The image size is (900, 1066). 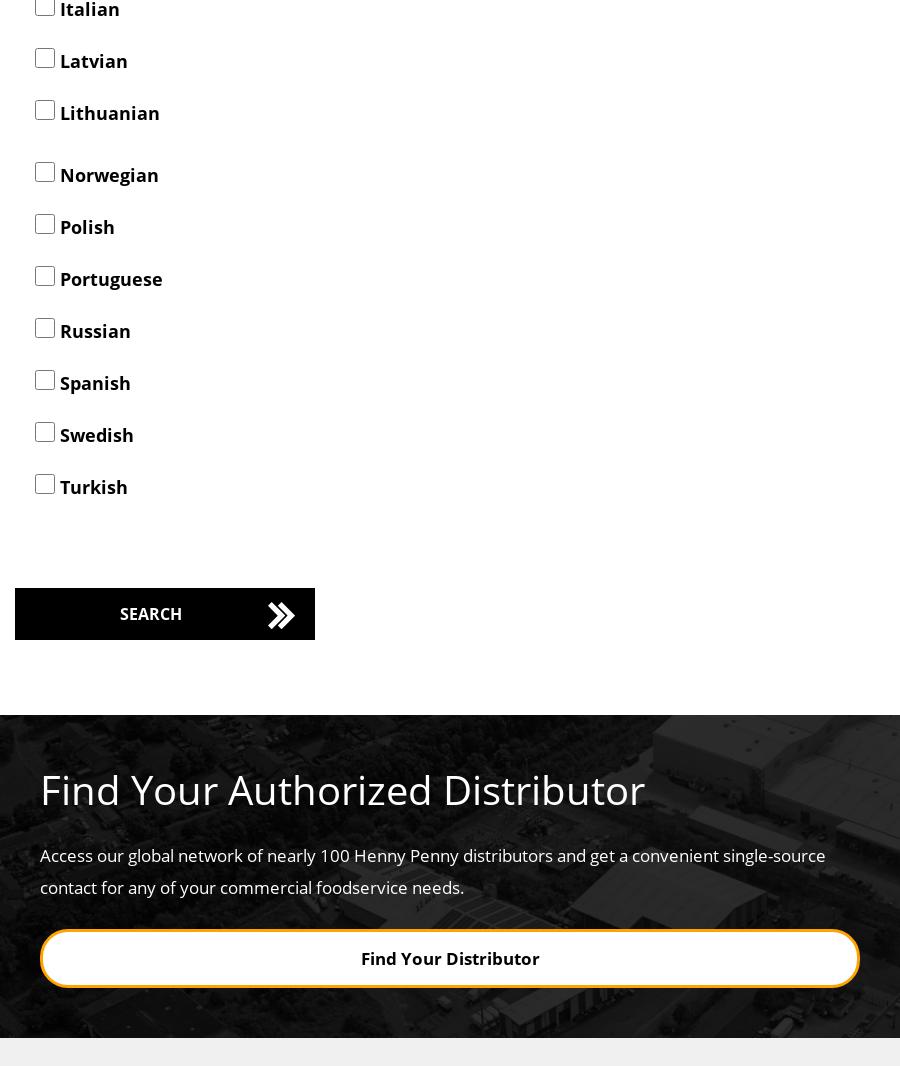 What do you see at coordinates (107, 278) in the screenshot?
I see `'Portuguese'` at bounding box center [107, 278].